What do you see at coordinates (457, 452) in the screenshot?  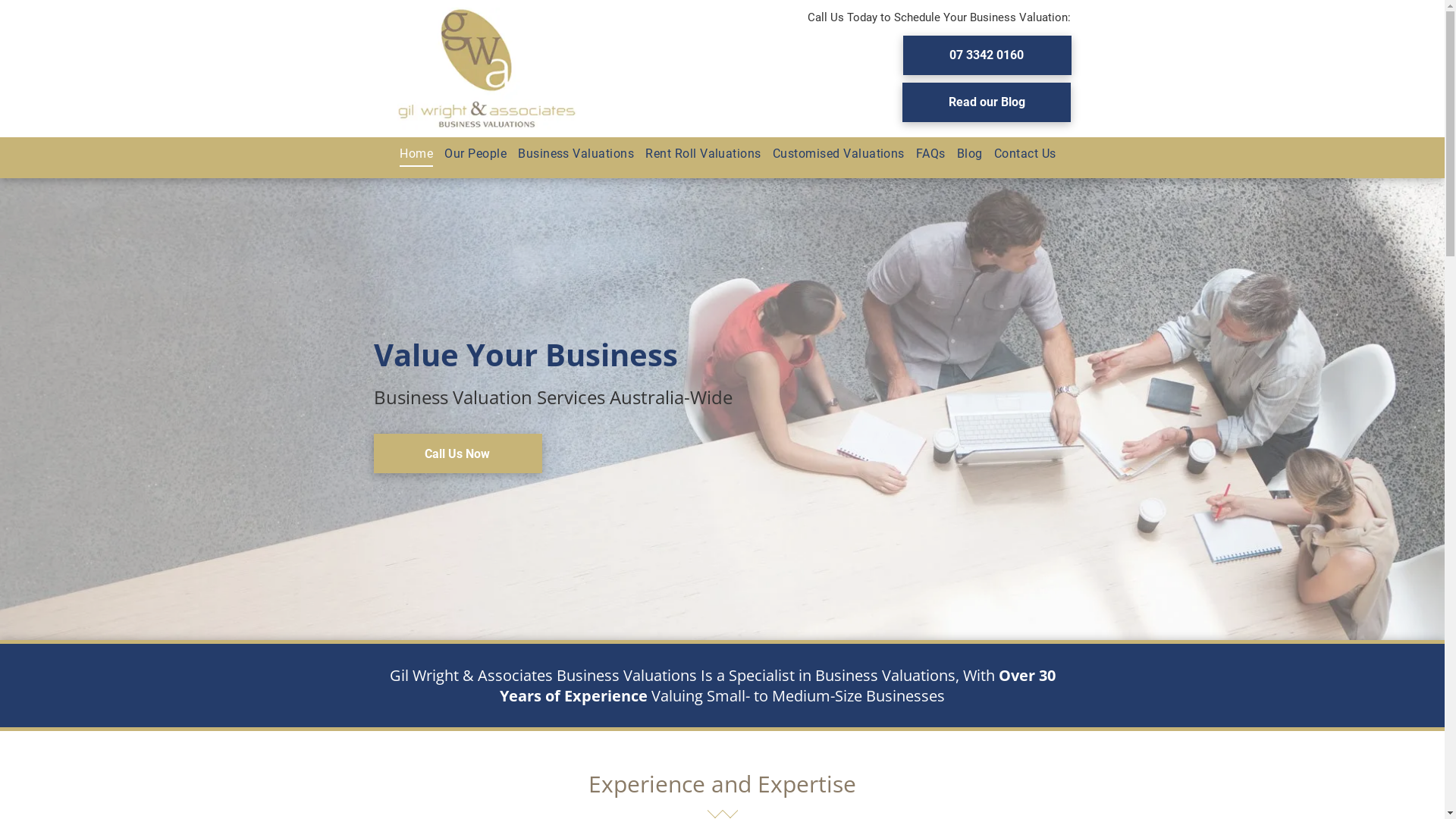 I see `'Call Us Now'` at bounding box center [457, 452].